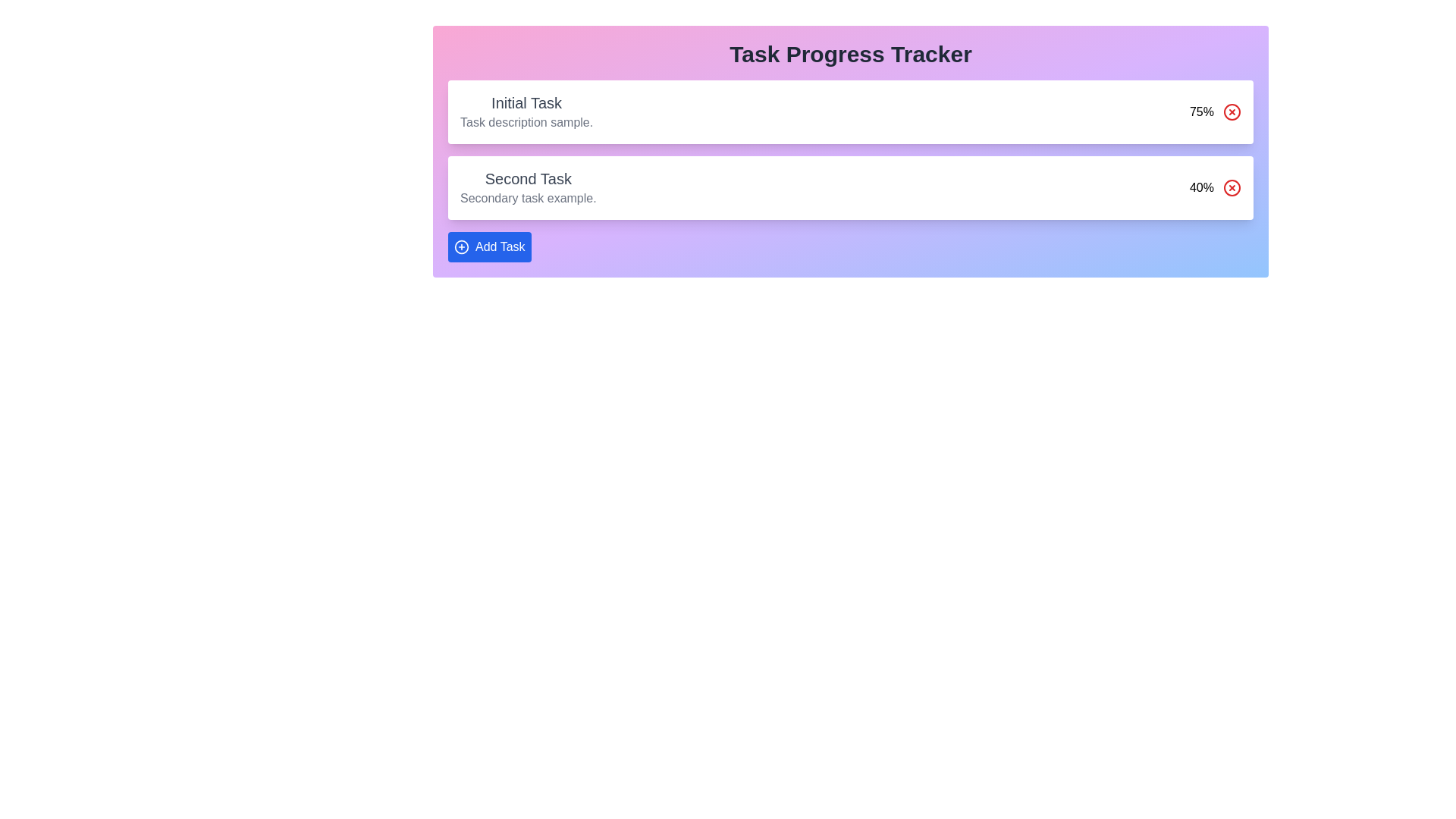  Describe the element at coordinates (1232, 187) in the screenshot. I see `the 'Remove' button for the task identified by Second Task` at that location.